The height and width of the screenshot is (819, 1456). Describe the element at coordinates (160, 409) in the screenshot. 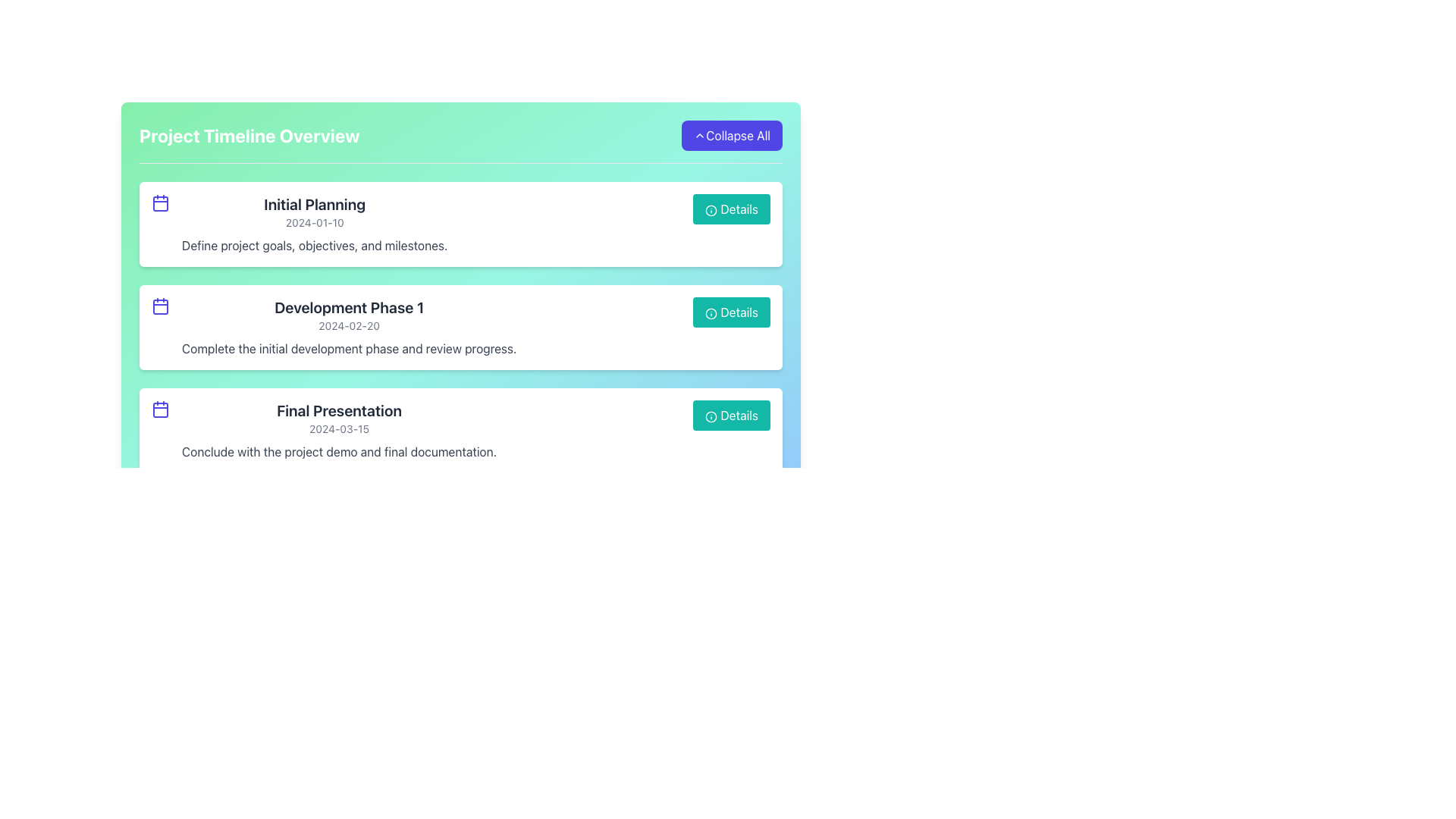

I see `the calendar event representation in the SVG graphic that signifies a day or event, located to the left of the 'Final Presentation' entry` at that location.